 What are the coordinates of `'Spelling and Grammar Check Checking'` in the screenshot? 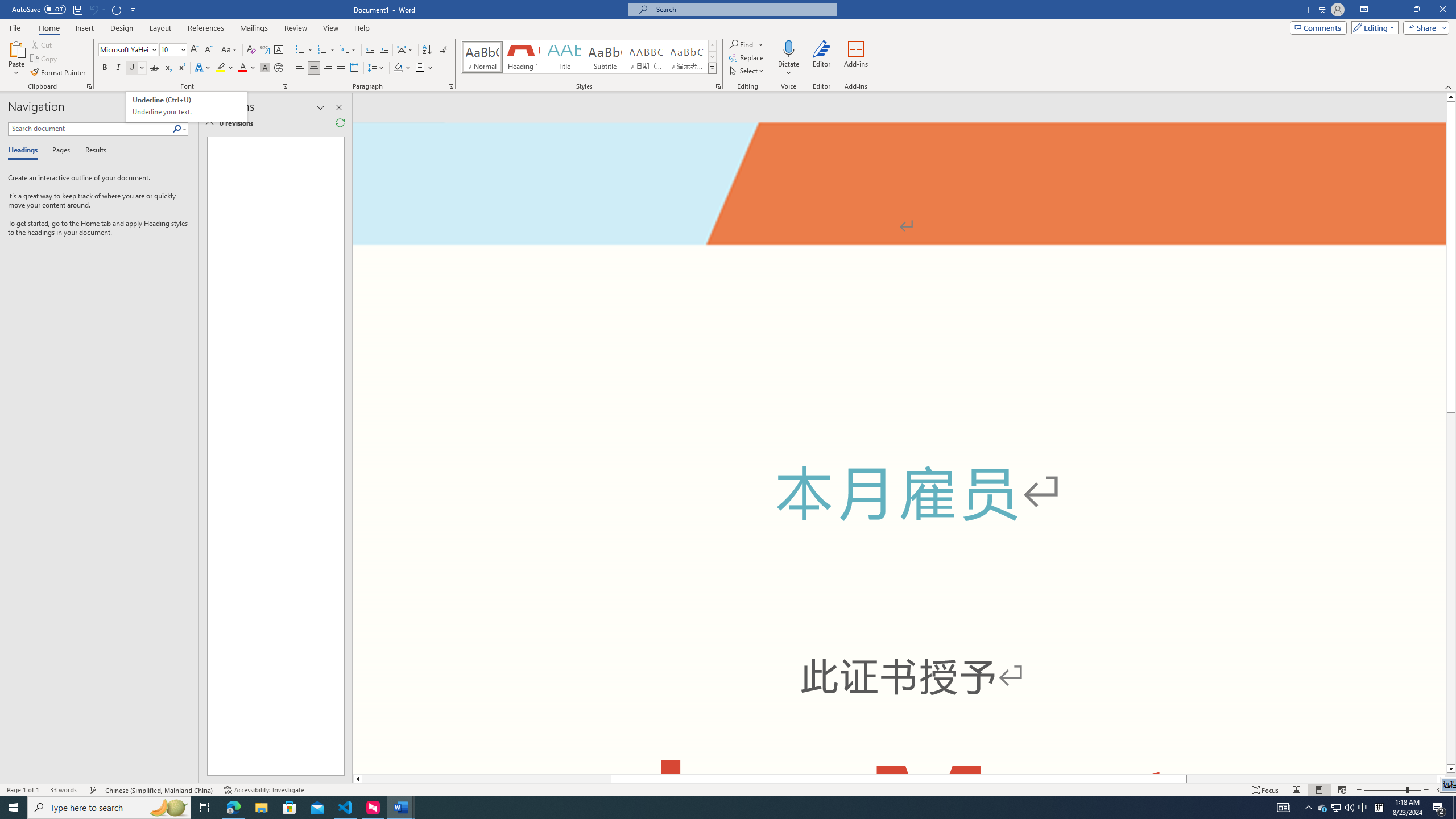 It's located at (92, 790).